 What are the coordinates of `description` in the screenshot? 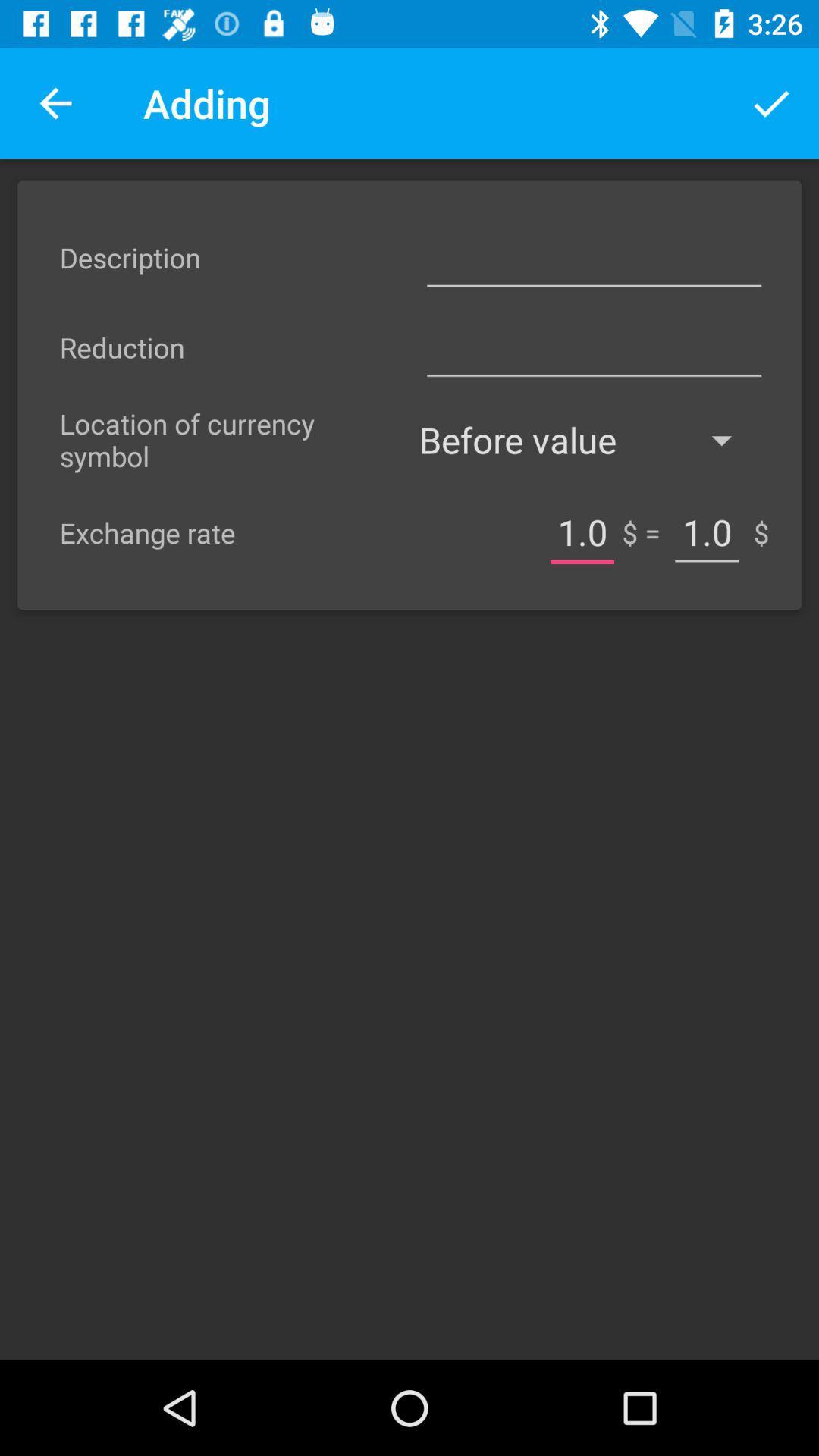 It's located at (593, 257).